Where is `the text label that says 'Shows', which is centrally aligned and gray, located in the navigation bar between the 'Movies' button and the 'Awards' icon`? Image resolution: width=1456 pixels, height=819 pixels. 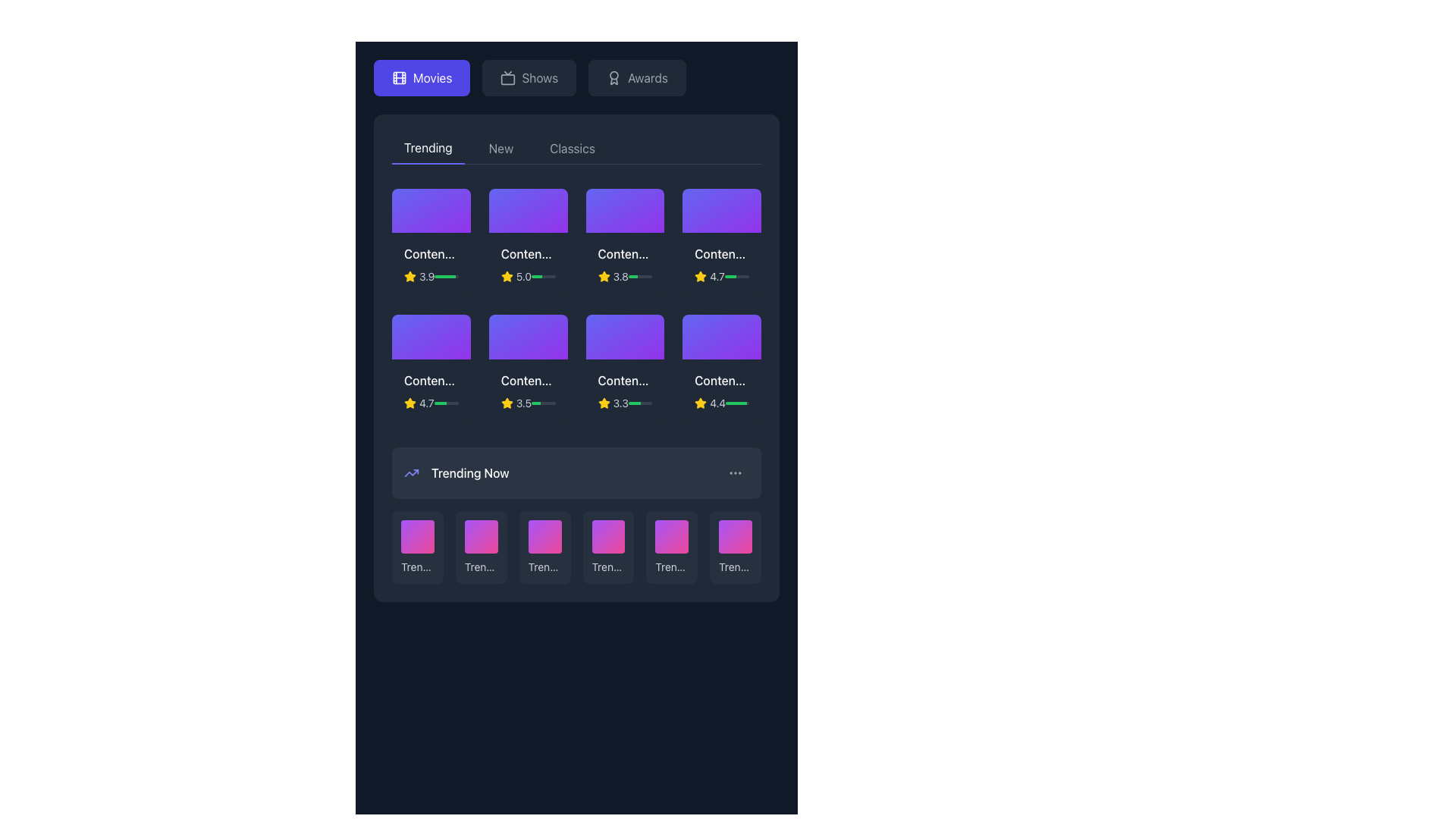 the text label that says 'Shows', which is centrally aligned and gray, located in the navigation bar between the 'Movies' button and the 'Awards' icon is located at coordinates (540, 78).